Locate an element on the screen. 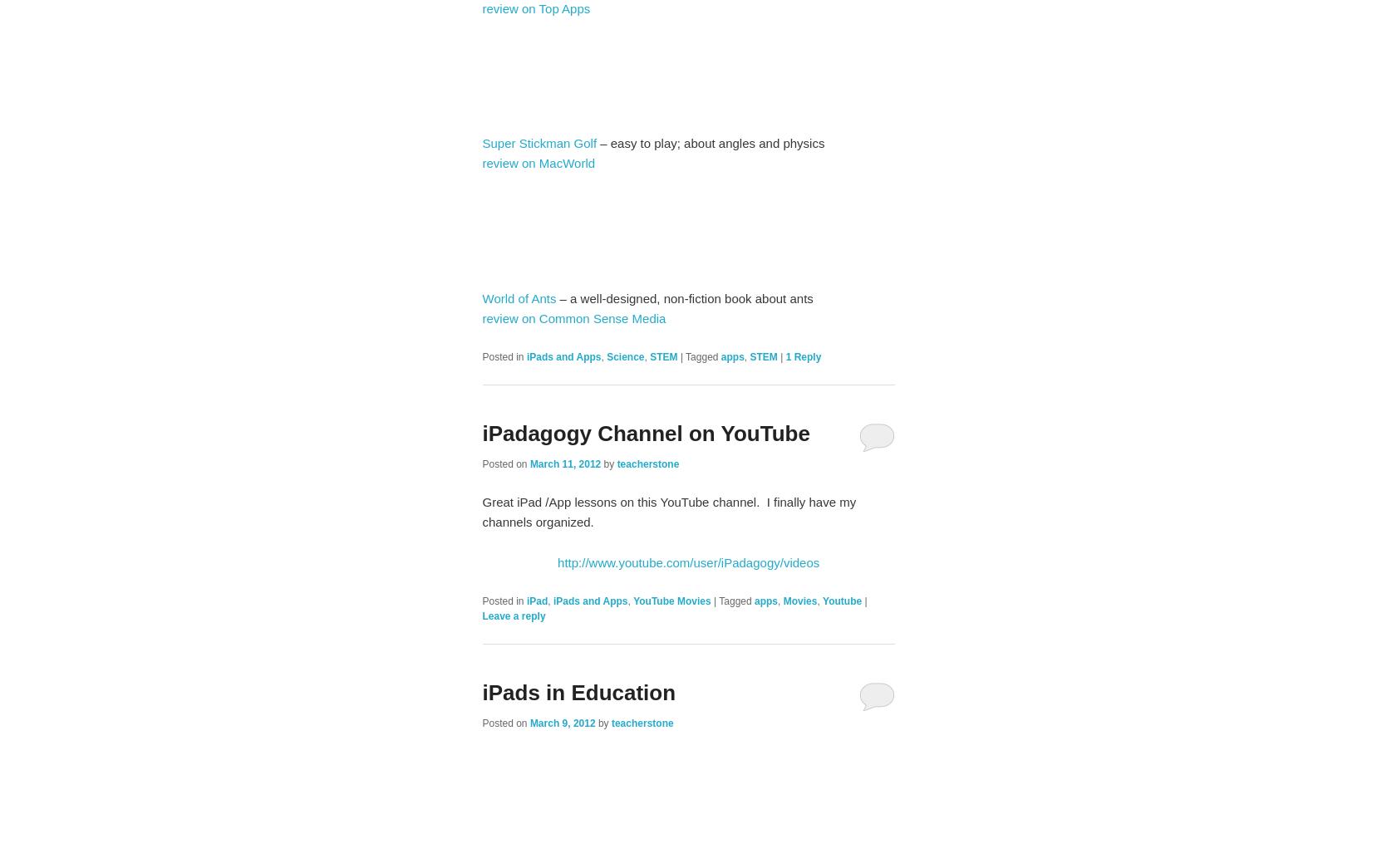  'Great iPad /App lessons on this YouTube channel.  I finally have my channels organized.' is located at coordinates (667, 511).